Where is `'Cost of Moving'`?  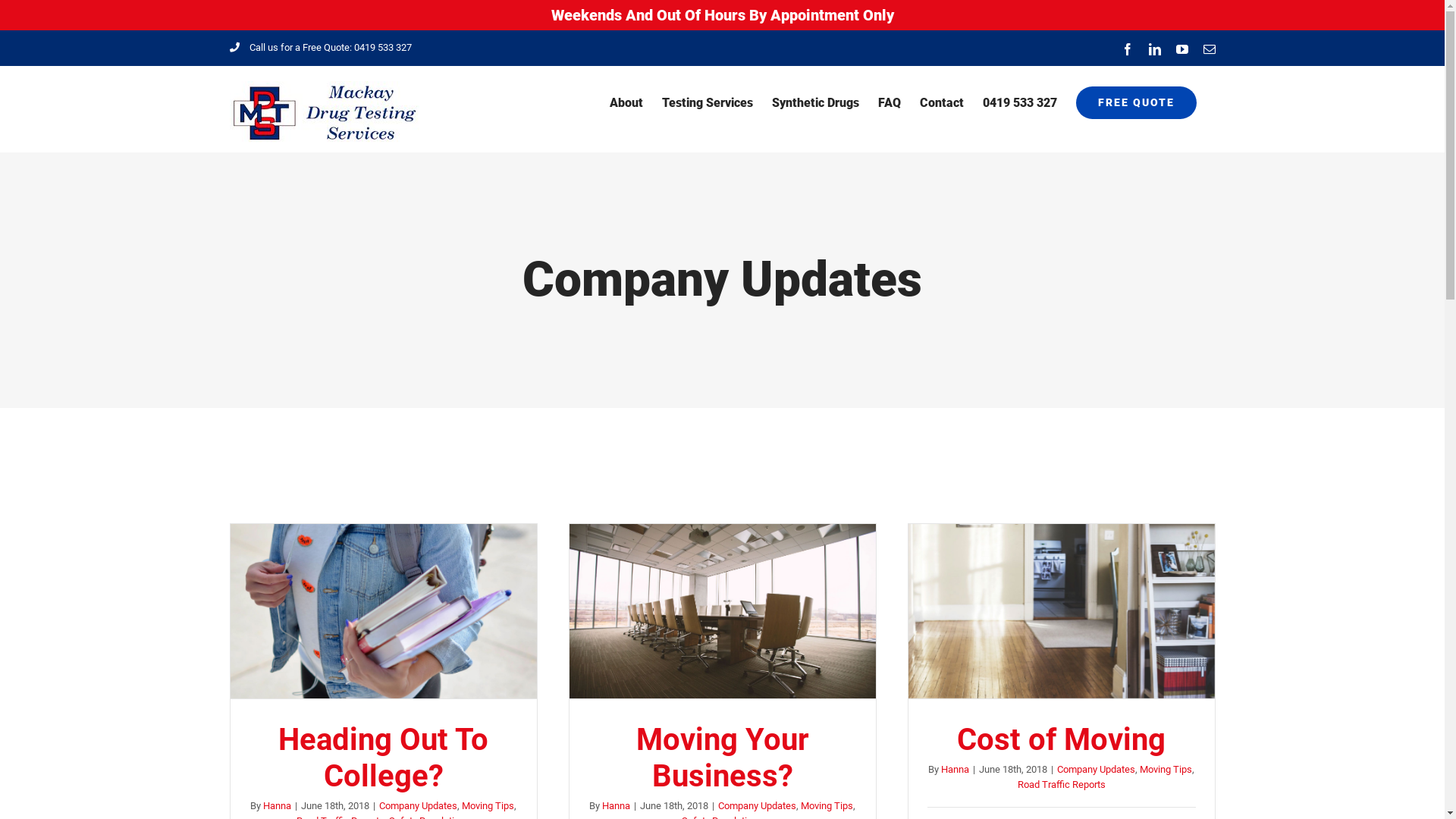 'Cost of Moving' is located at coordinates (1060, 739).